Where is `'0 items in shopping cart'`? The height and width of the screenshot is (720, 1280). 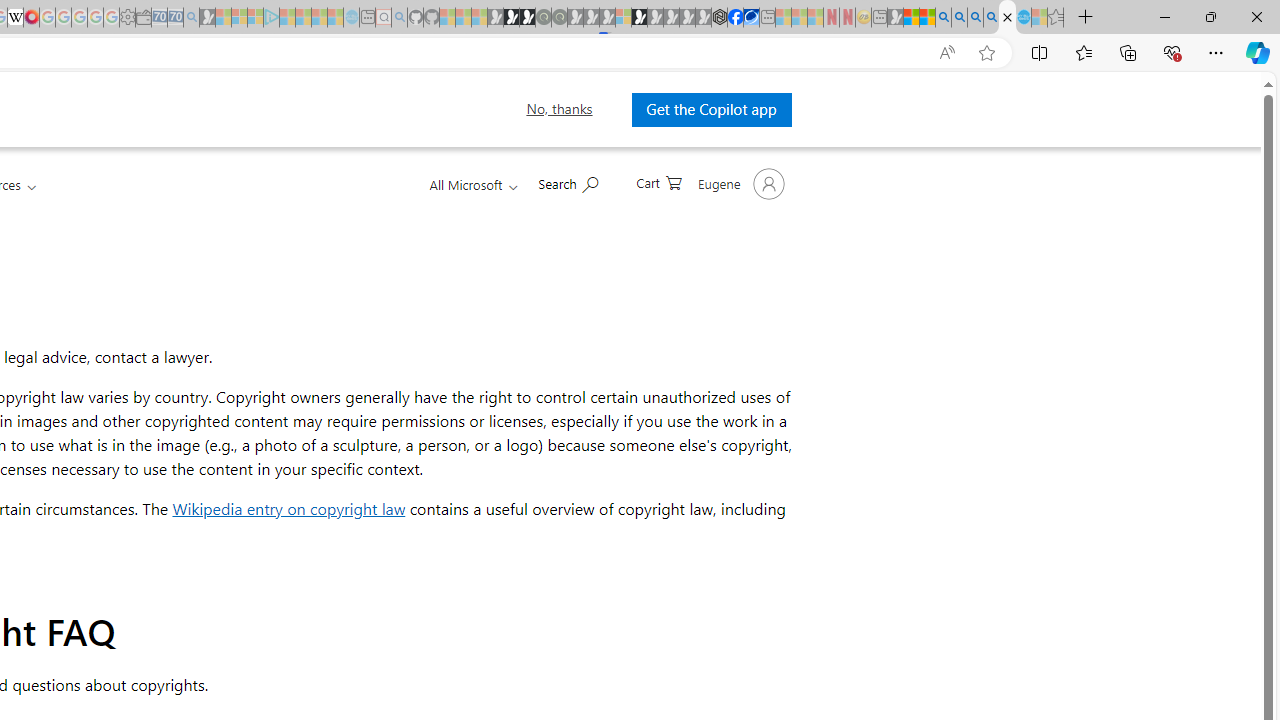 '0 items in shopping cart' is located at coordinates (659, 181).